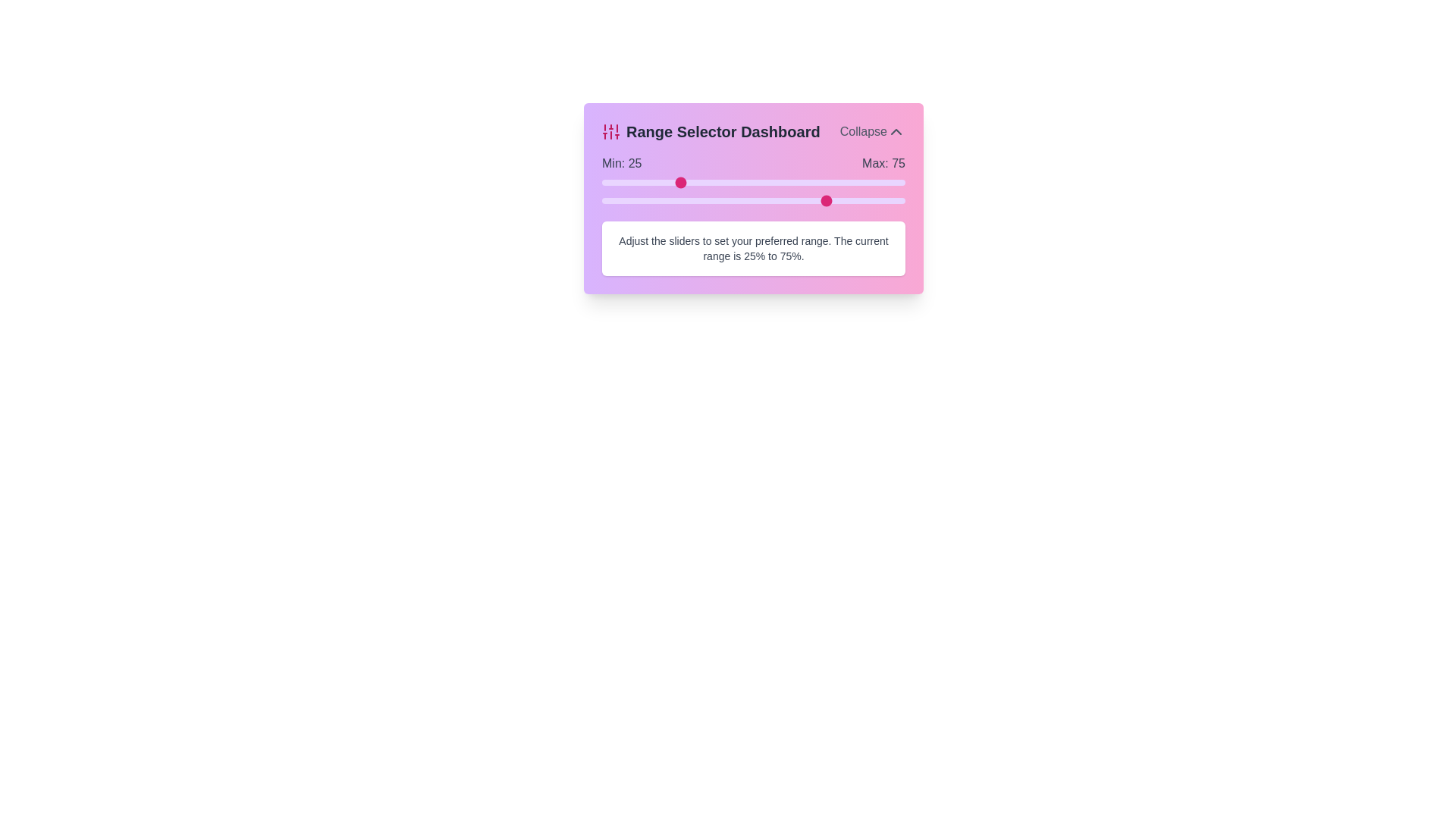  Describe the element at coordinates (792, 181) in the screenshot. I see `the minimum range slider to 63%` at that location.